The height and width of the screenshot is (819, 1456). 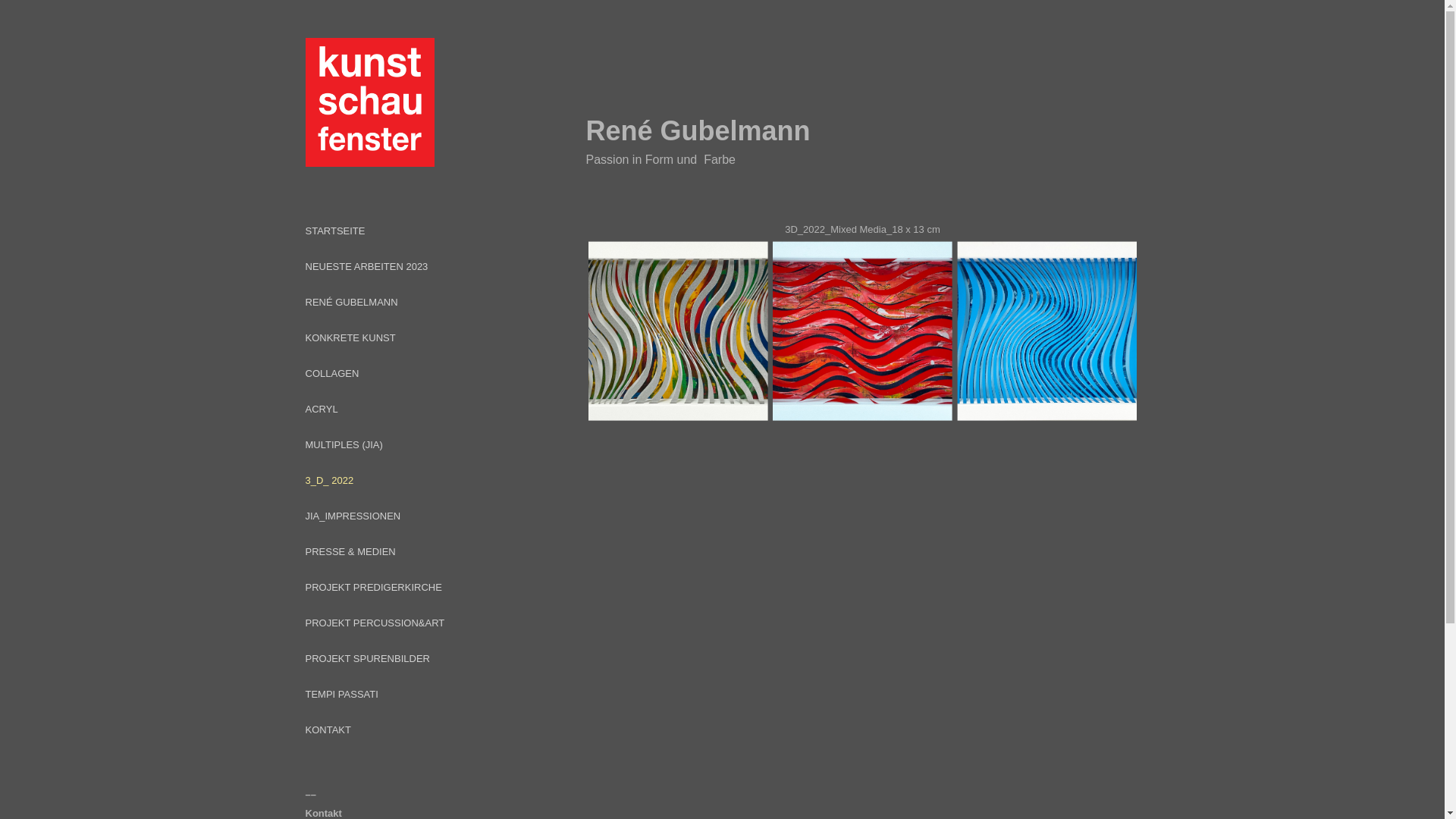 I want to click on '3_D_ 2022', so click(x=328, y=480).